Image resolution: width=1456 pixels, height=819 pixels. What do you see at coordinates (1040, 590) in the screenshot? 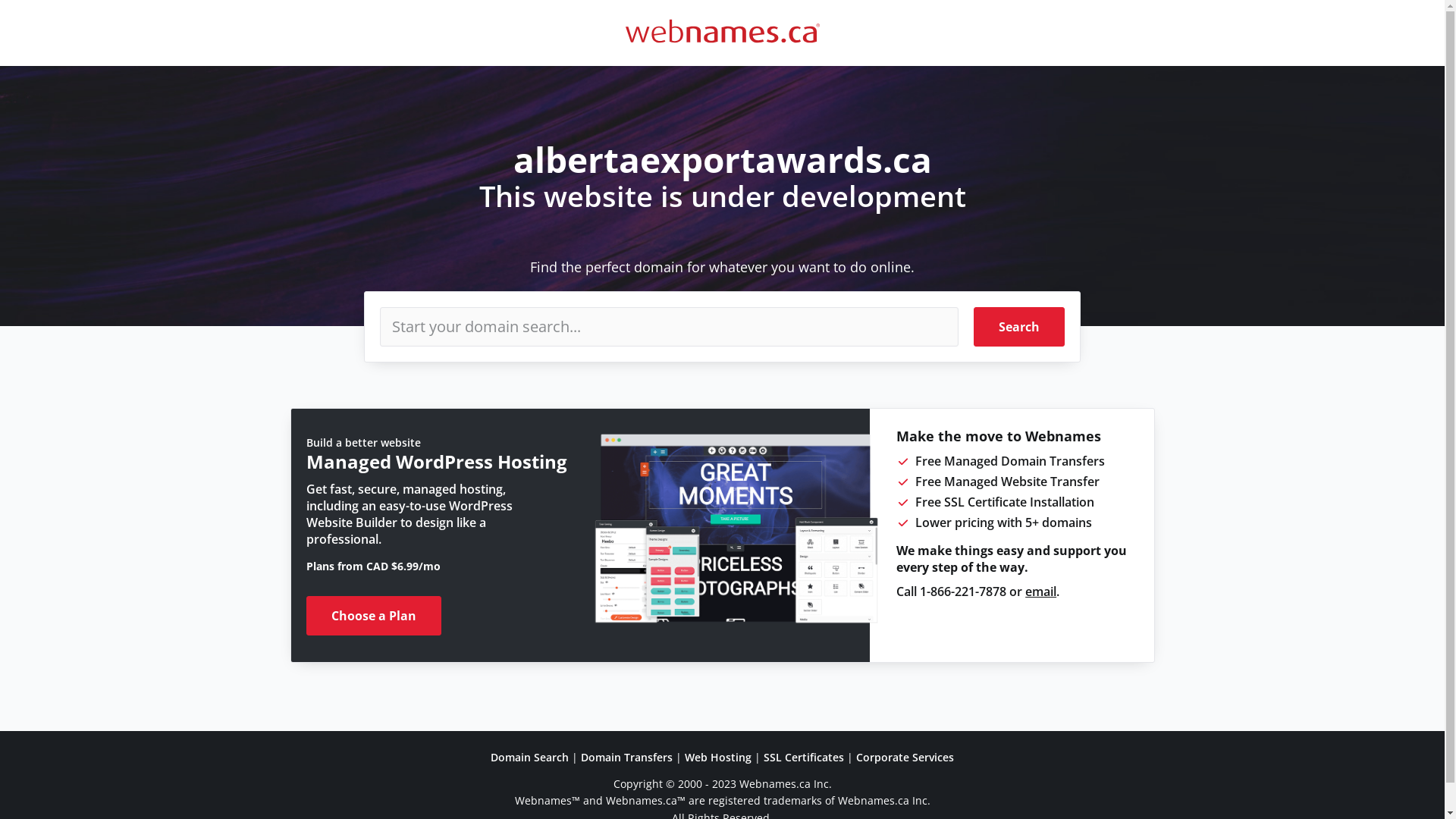
I see `'email'` at bounding box center [1040, 590].